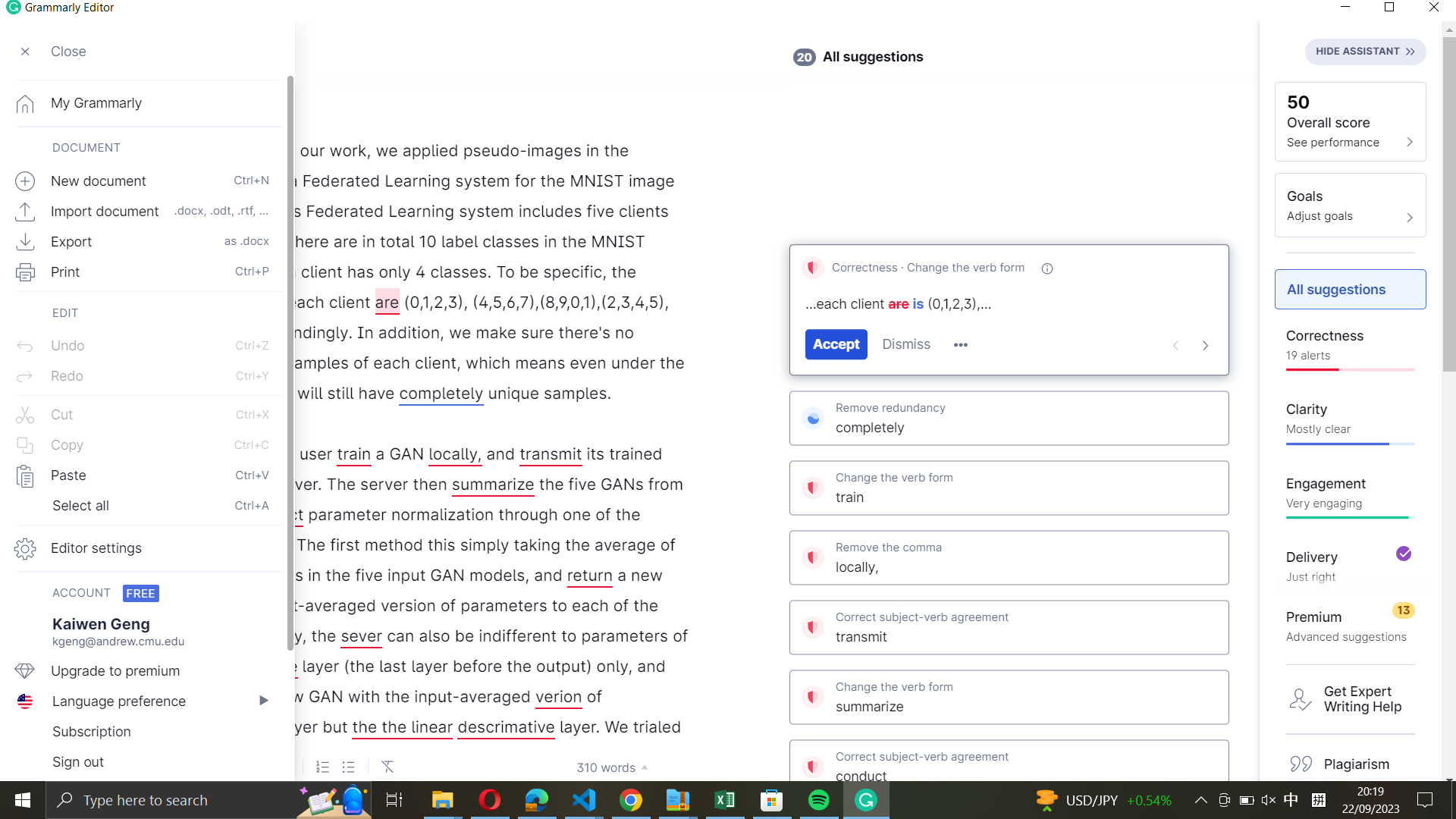  Describe the element at coordinates (1350, 205) in the screenshot. I see `Unfold the goals segment` at that location.